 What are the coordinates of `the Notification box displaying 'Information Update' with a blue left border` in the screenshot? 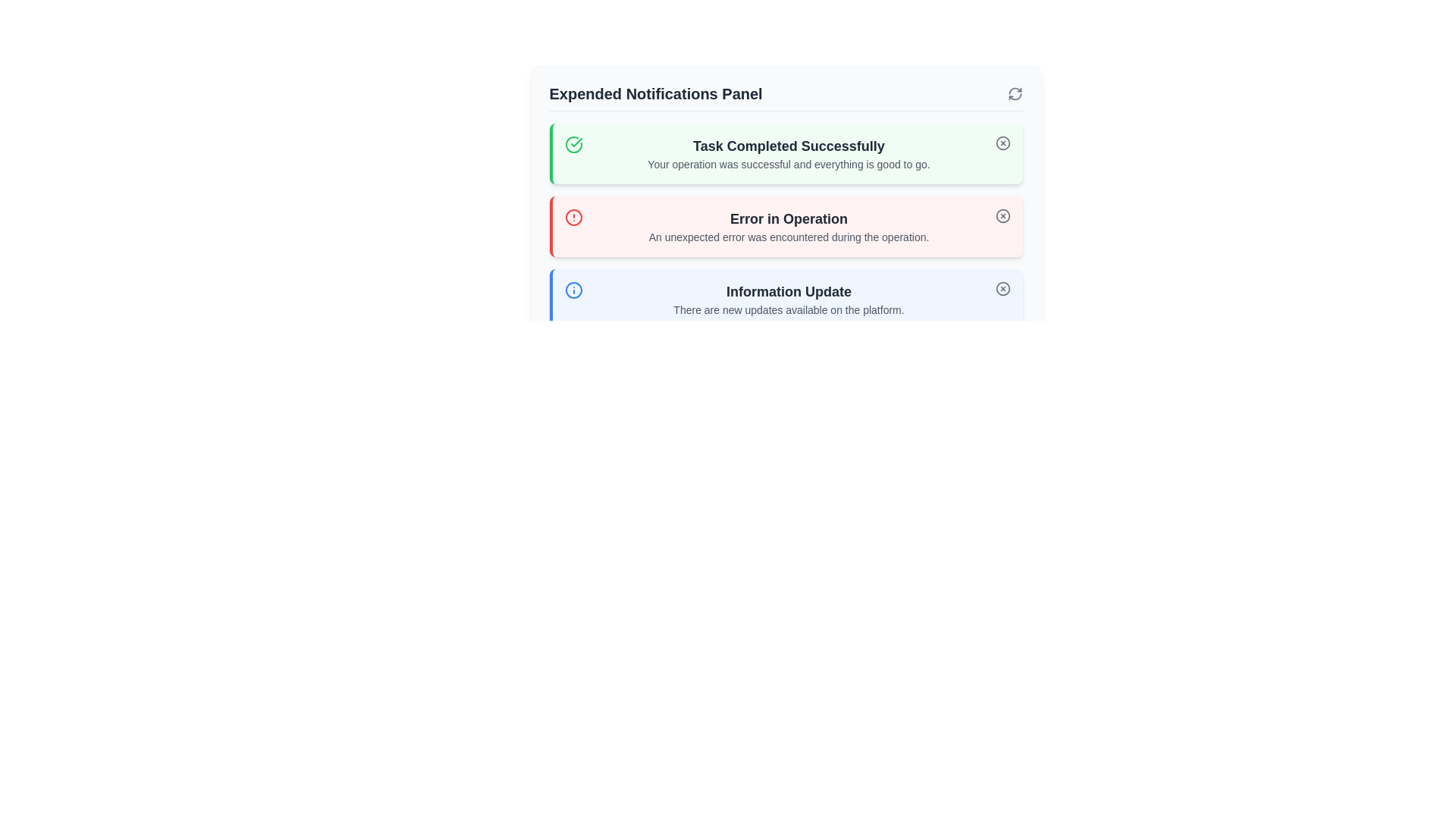 It's located at (786, 299).